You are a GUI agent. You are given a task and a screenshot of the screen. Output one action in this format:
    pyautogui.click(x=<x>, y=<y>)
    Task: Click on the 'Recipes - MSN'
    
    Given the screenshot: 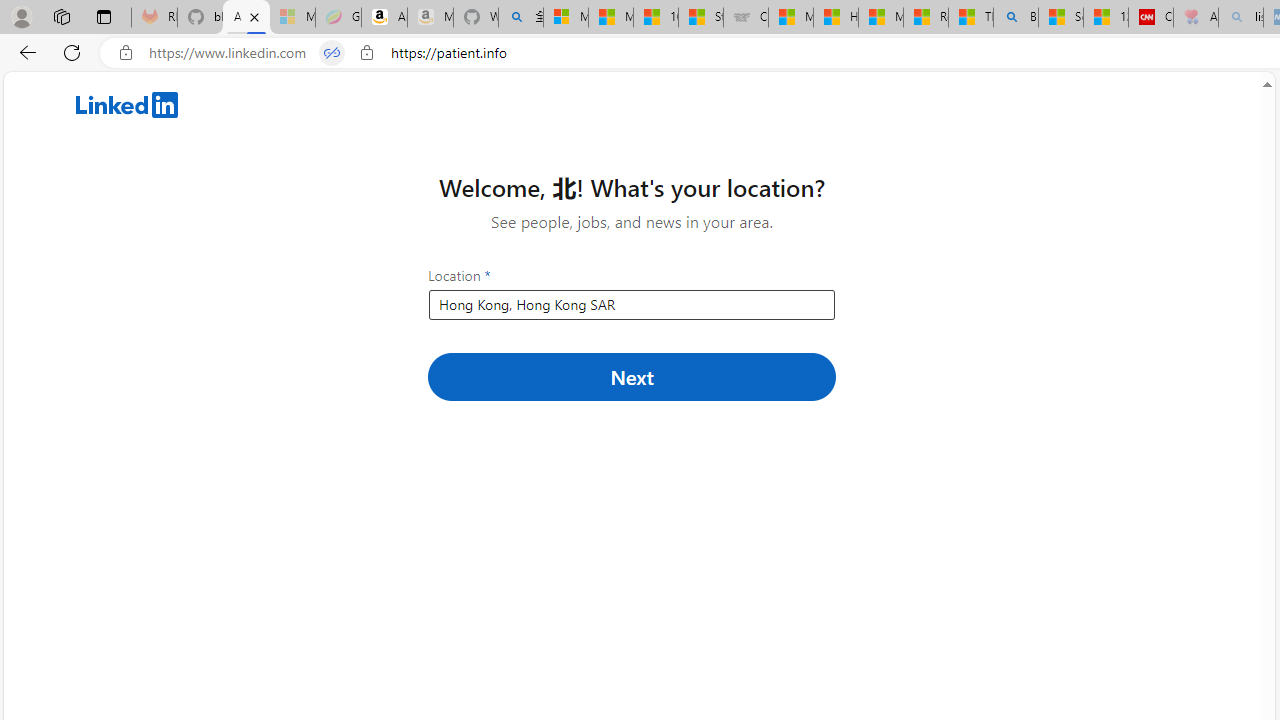 What is the action you would take?
    pyautogui.click(x=925, y=17)
    